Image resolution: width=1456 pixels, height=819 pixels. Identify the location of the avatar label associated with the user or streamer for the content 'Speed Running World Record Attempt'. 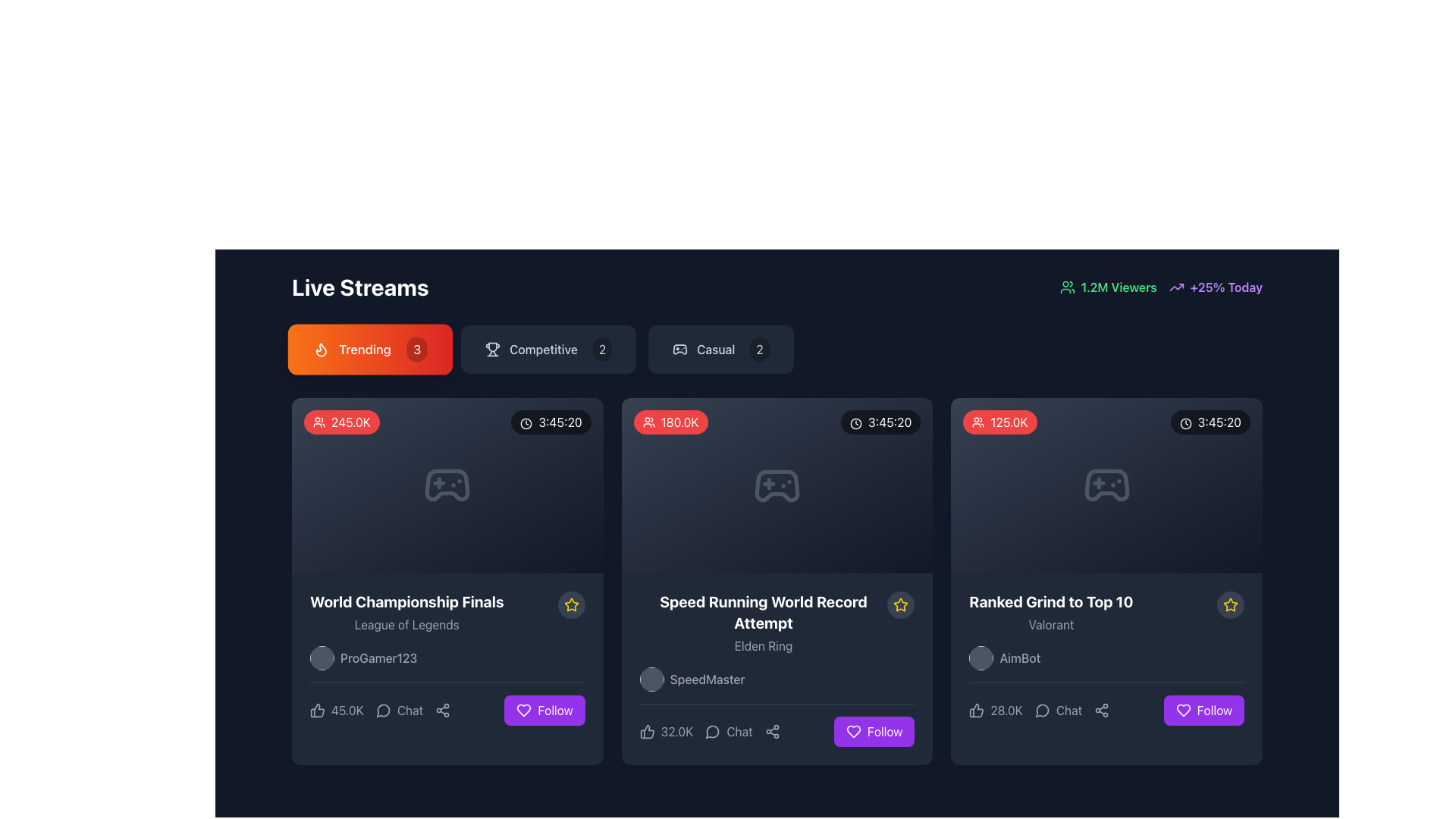
(692, 678).